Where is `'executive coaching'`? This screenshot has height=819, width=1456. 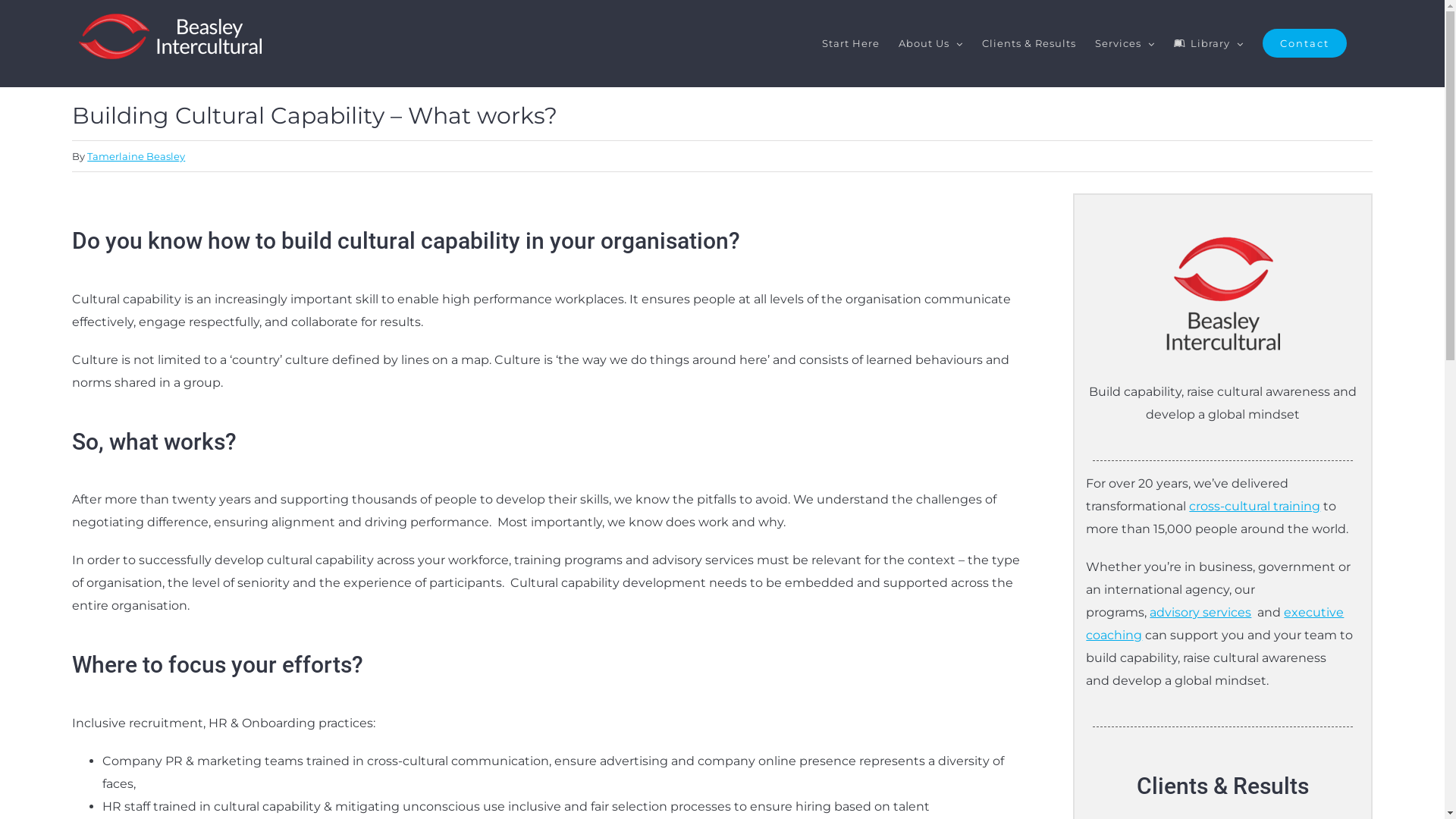
'executive coaching' is located at coordinates (1215, 623).